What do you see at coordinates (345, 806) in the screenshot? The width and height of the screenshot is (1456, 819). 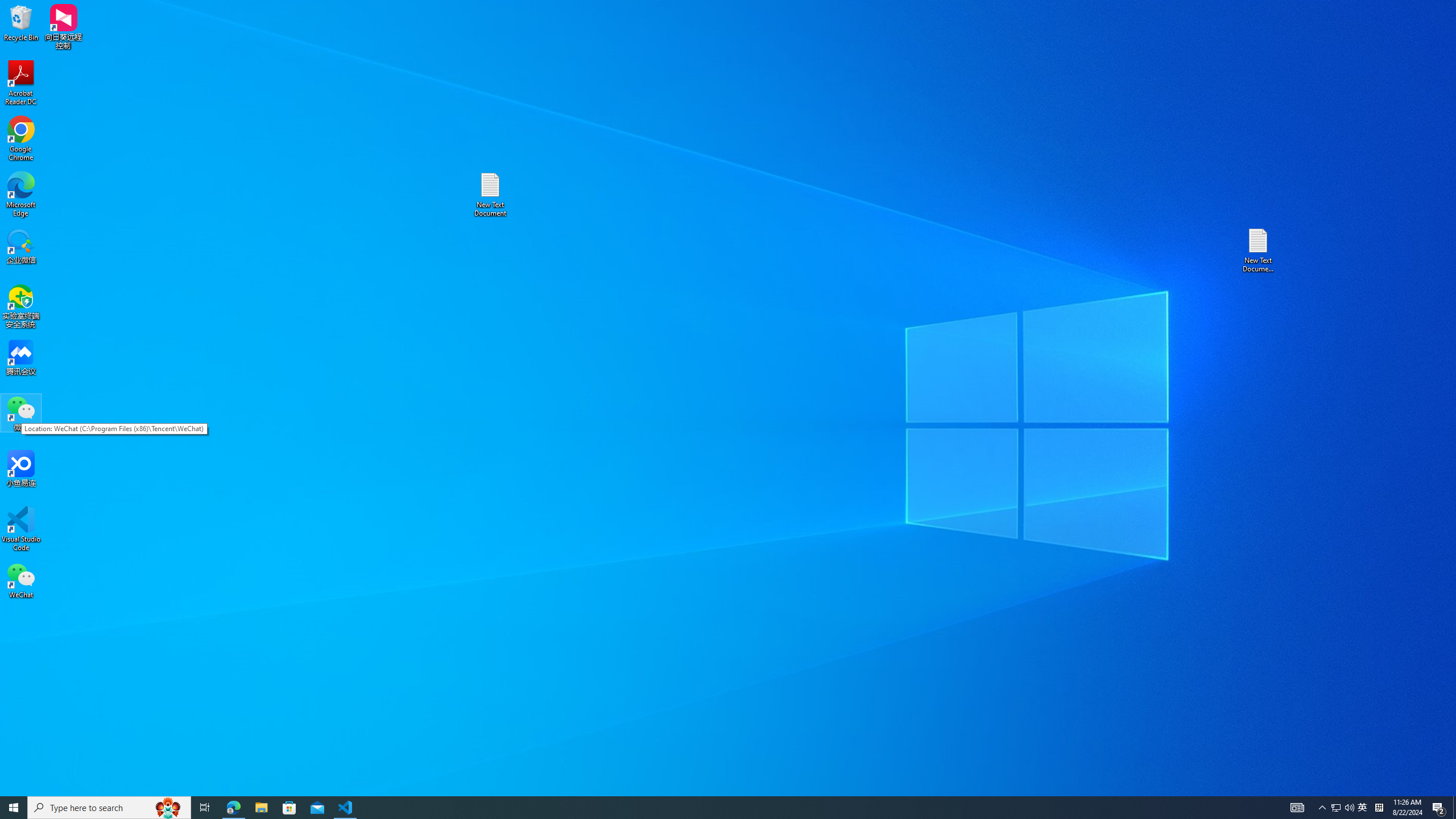 I see `'Visual Studio Code - 1 running window'` at bounding box center [345, 806].